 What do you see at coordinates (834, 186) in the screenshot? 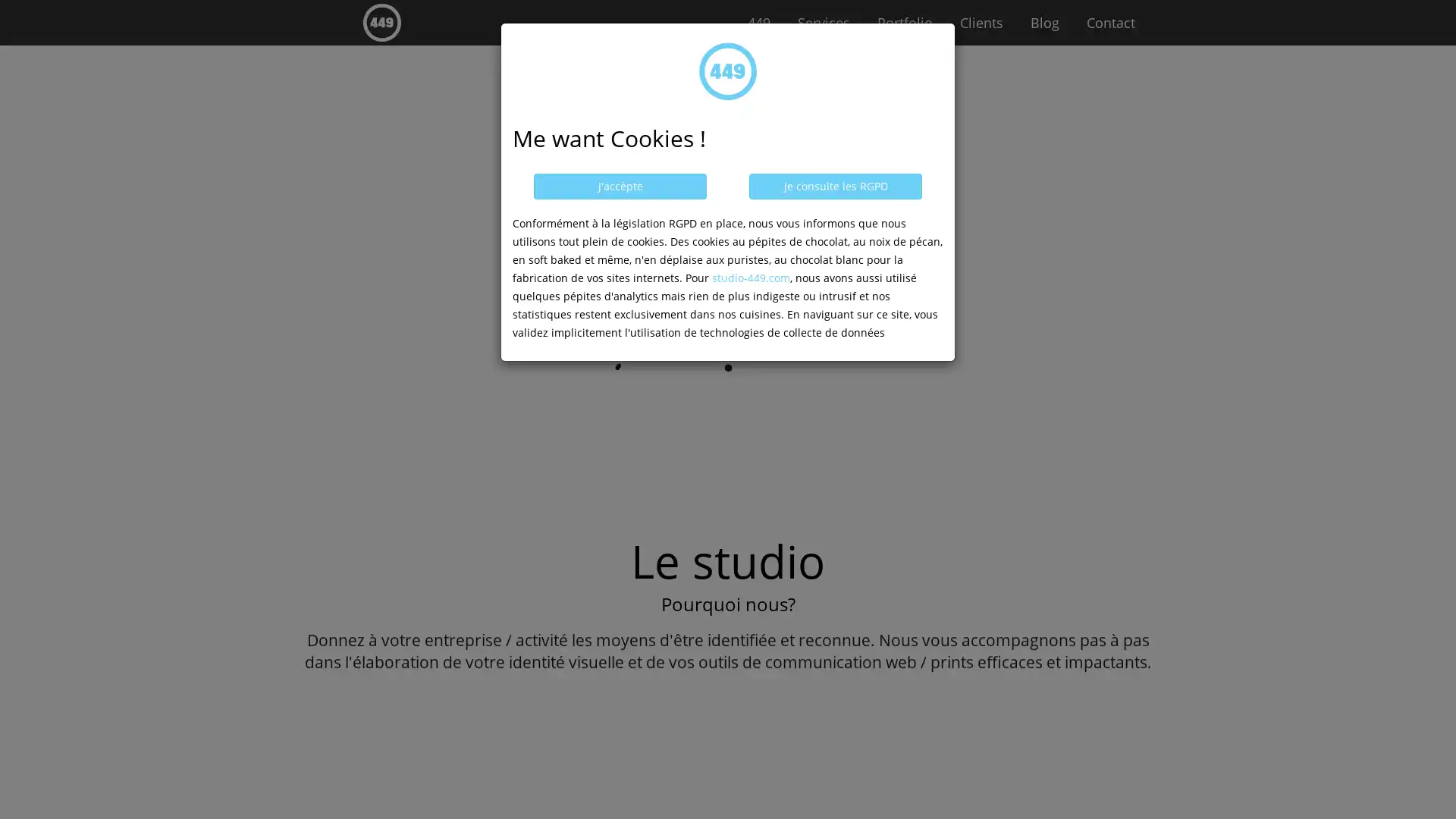
I see `Je consulte les RGPD` at bounding box center [834, 186].